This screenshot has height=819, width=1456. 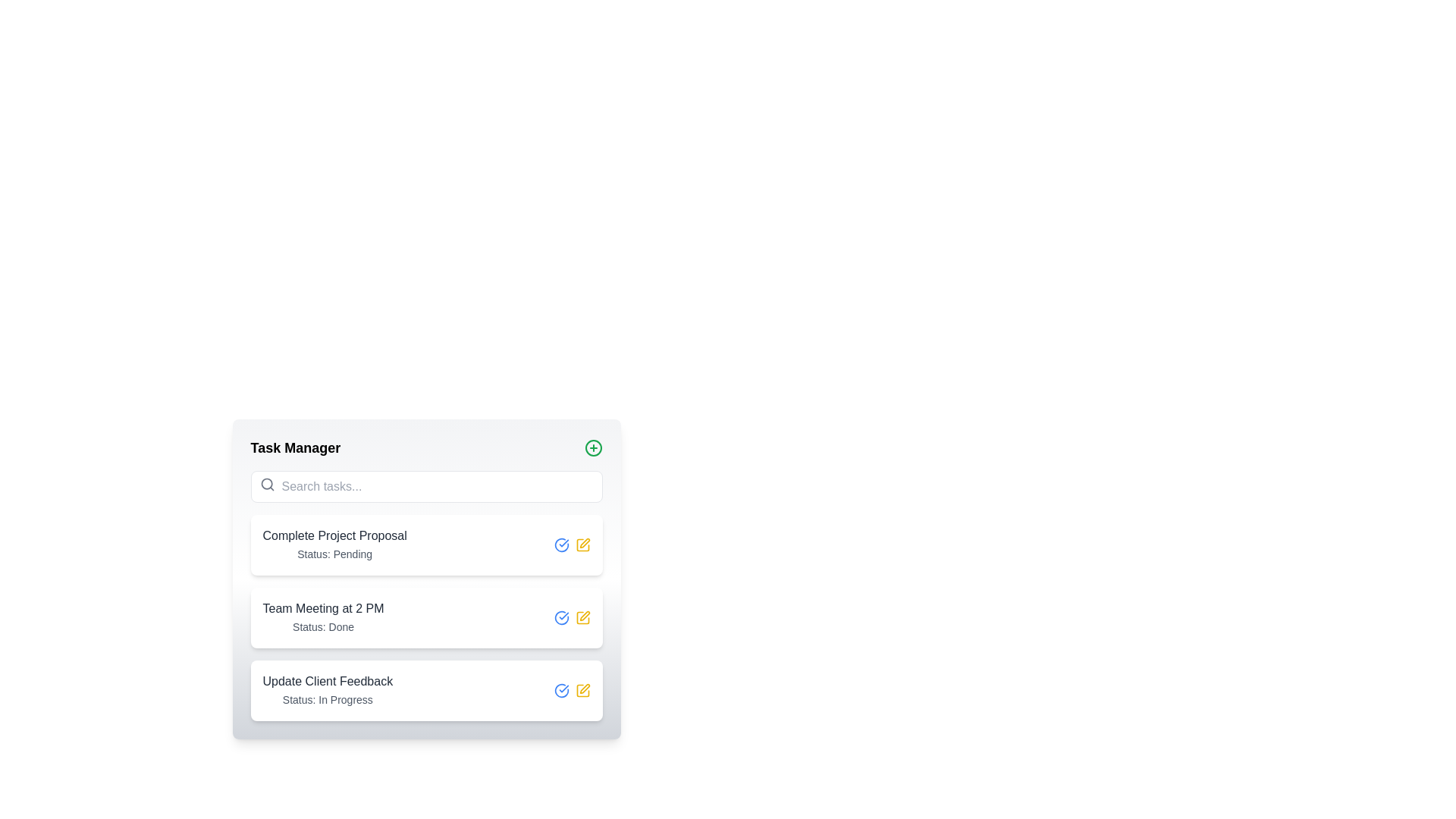 I want to click on the pencil icon located in the horizontal grouping of interactive icons for editing the task in the task manager interface, positioned at the far-right side of the row labeled 'Update Client Feedback, Status: In Progress', so click(x=571, y=690).